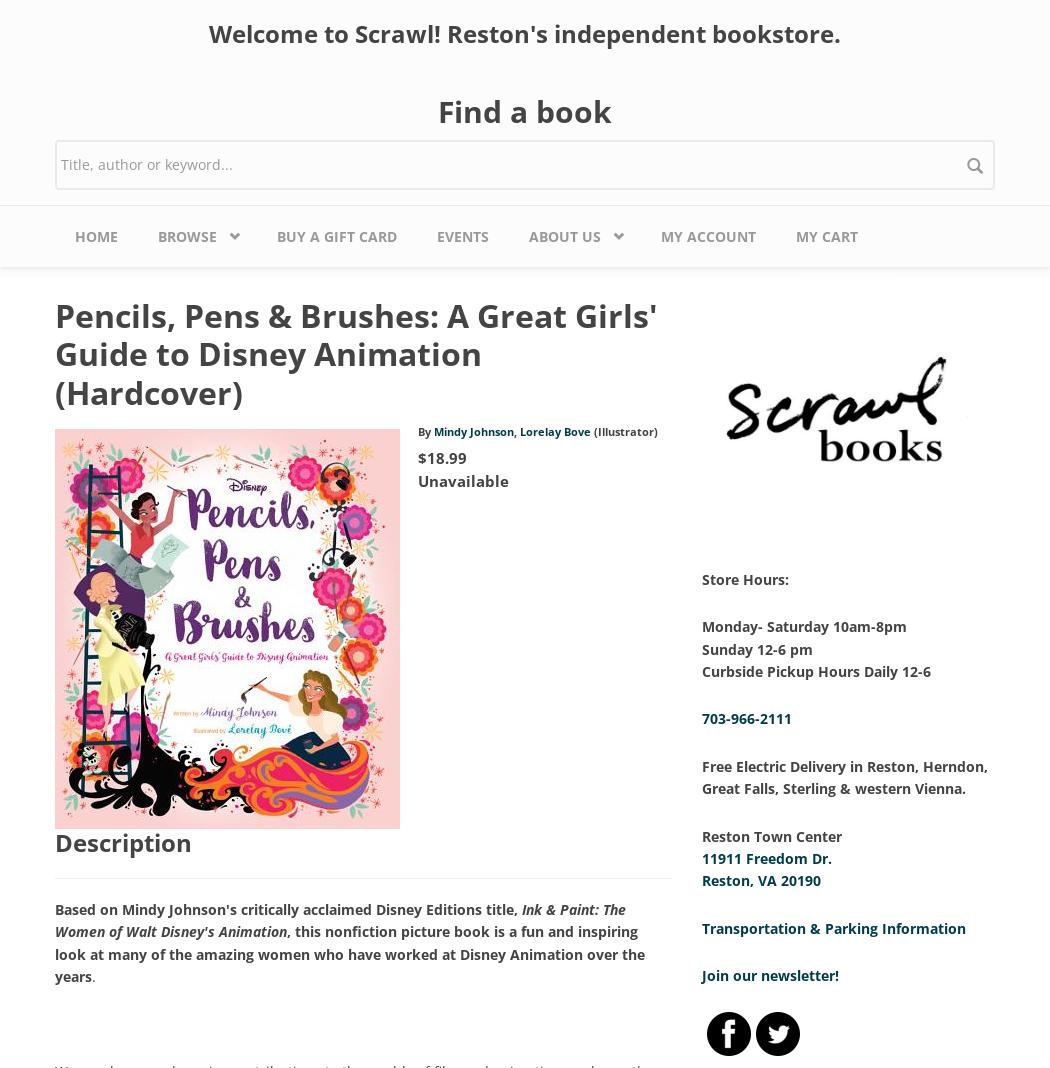 Image resolution: width=1050 pixels, height=1068 pixels. Describe the element at coordinates (745, 718) in the screenshot. I see `'703-966-2111'` at that location.